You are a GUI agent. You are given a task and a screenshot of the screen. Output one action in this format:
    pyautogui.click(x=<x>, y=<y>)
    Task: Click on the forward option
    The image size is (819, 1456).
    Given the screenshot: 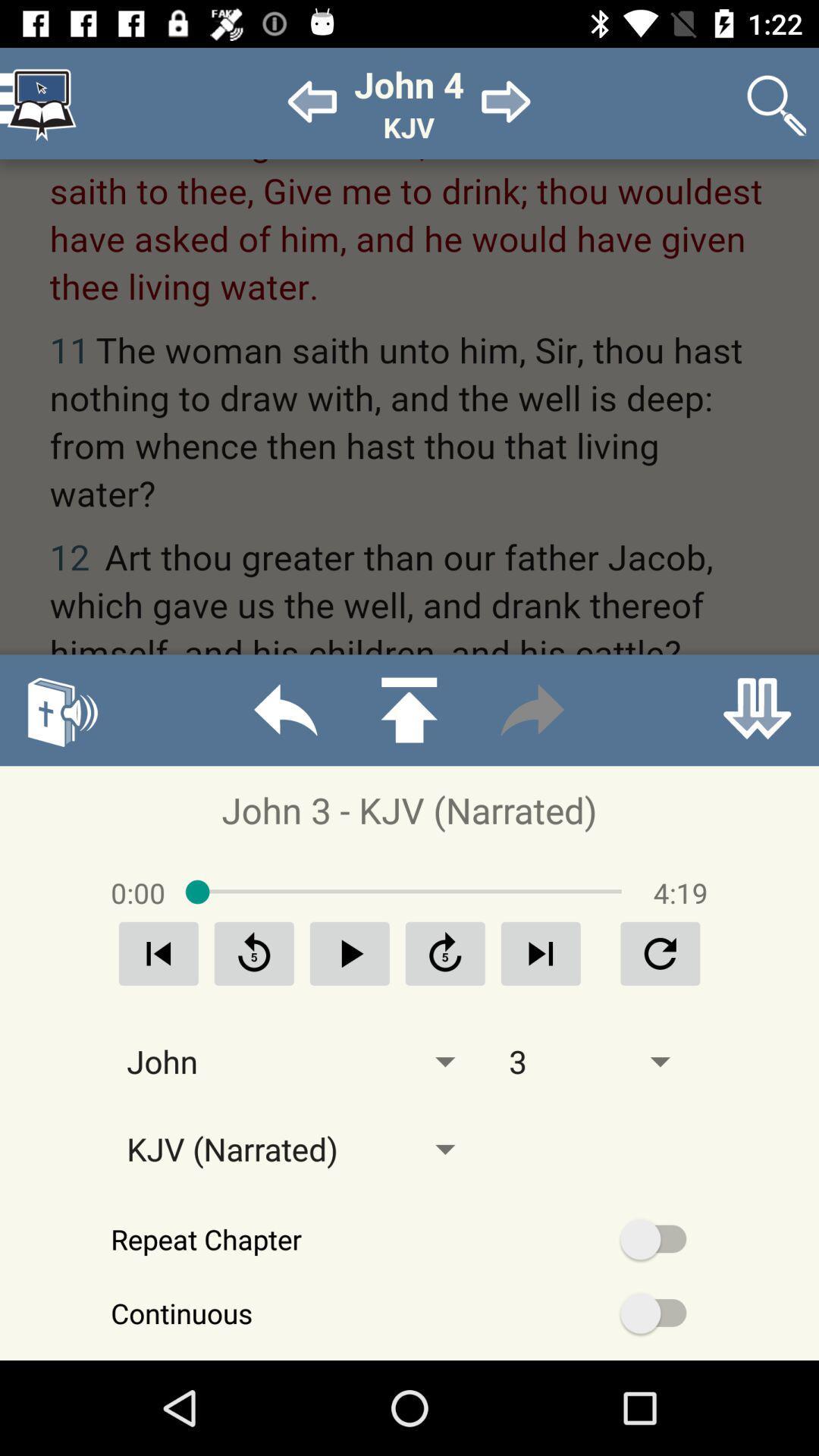 What is the action you would take?
    pyautogui.click(x=540, y=952)
    